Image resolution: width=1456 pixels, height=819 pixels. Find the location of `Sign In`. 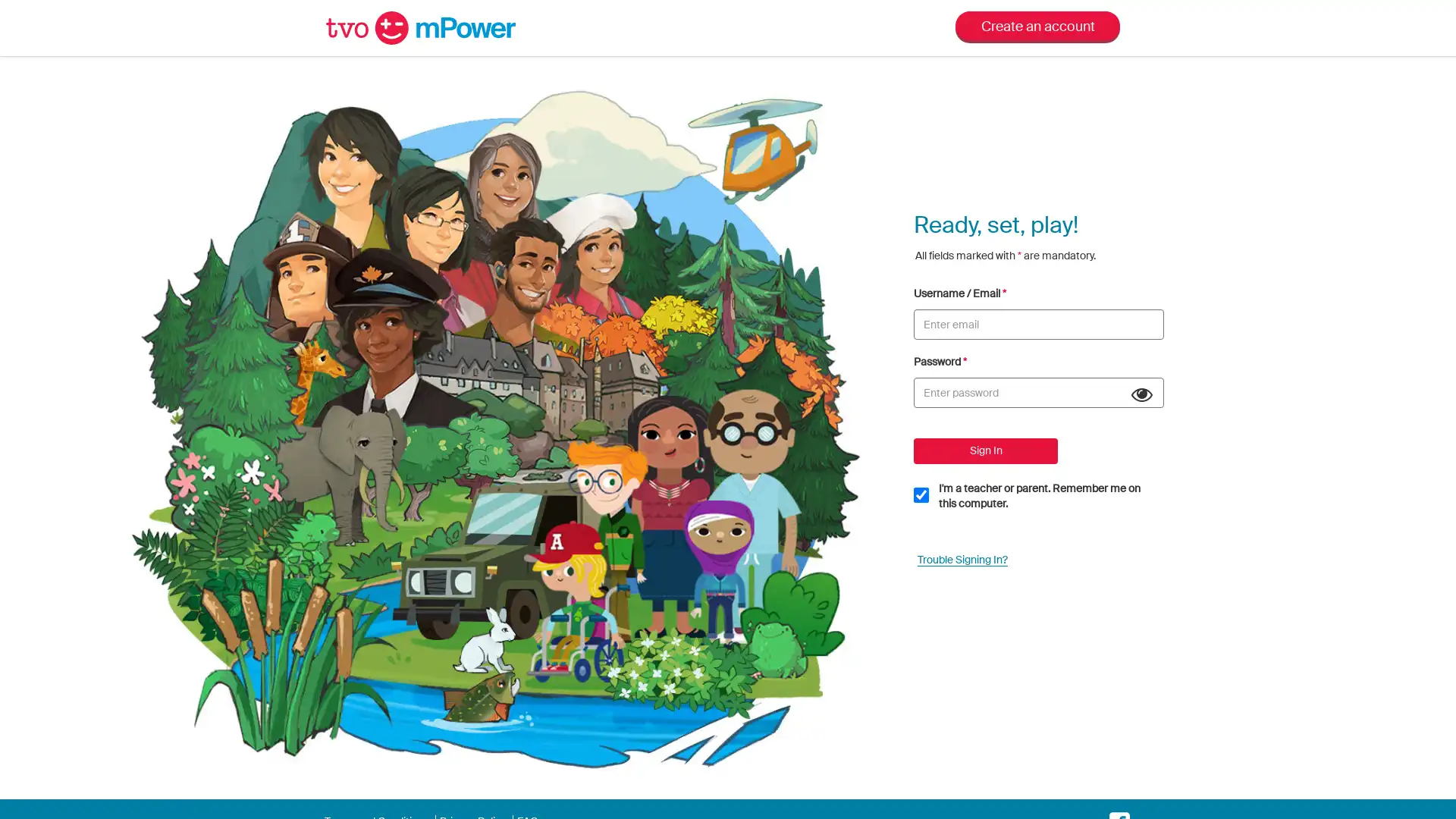

Sign In is located at coordinates (986, 450).